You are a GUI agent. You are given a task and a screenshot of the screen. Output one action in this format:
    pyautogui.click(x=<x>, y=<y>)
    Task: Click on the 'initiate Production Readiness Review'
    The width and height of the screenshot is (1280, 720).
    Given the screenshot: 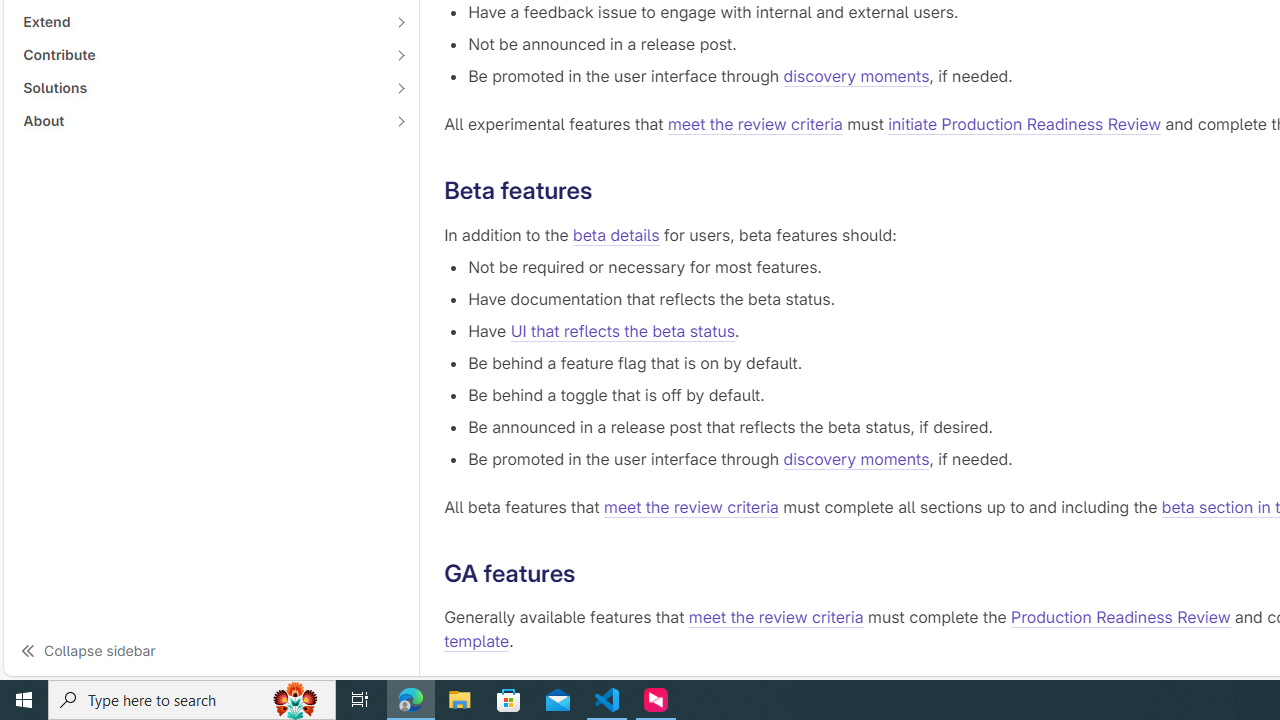 What is the action you would take?
    pyautogui.click(x=1025, y=124)
    